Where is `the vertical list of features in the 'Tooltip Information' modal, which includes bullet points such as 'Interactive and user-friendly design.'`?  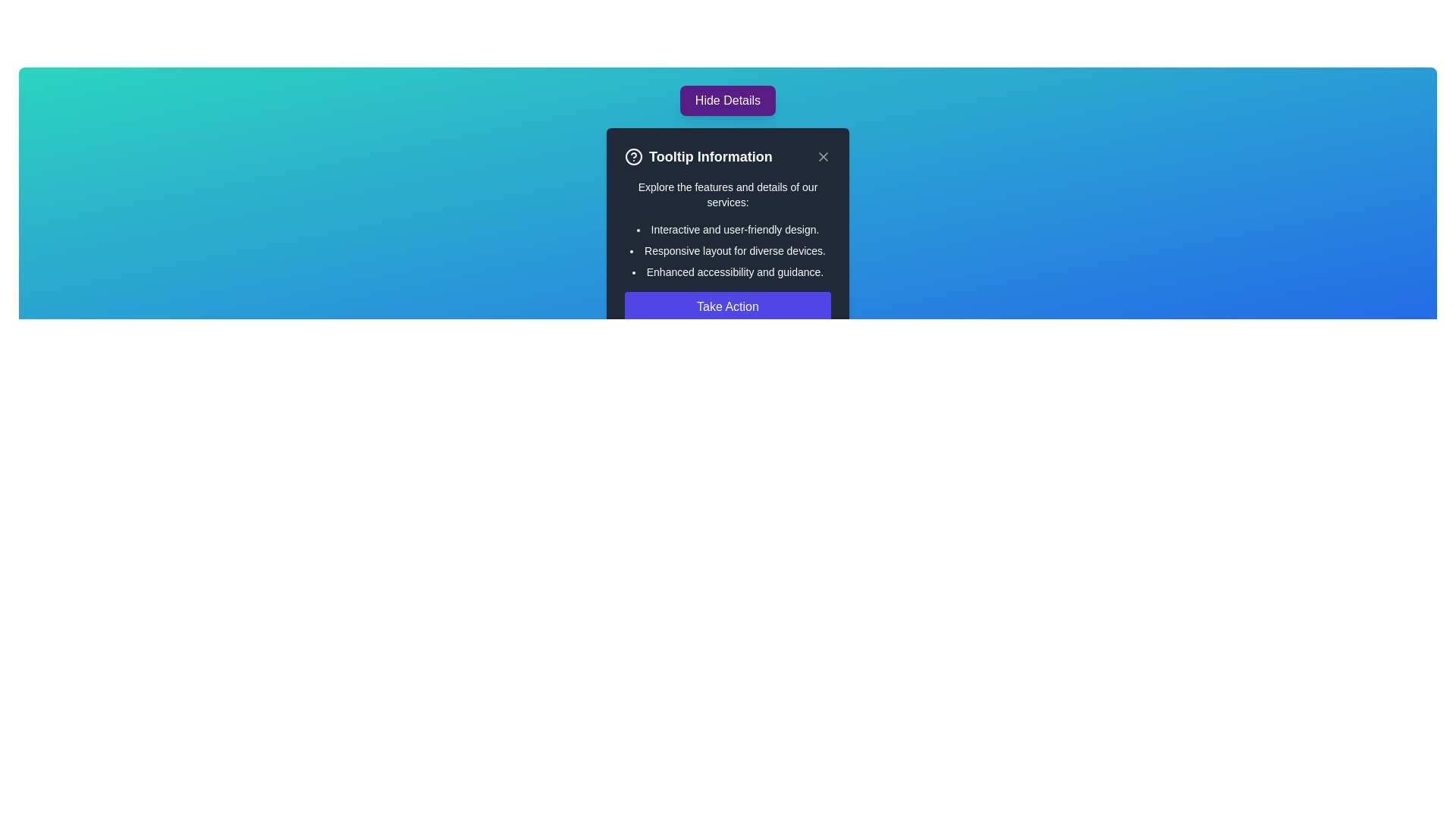
the vertical list of features in the 'Tooltip Information' modal, which includes bullet points such as 'Interactive and user-friendly design.' is located at coordinates (728, 250).